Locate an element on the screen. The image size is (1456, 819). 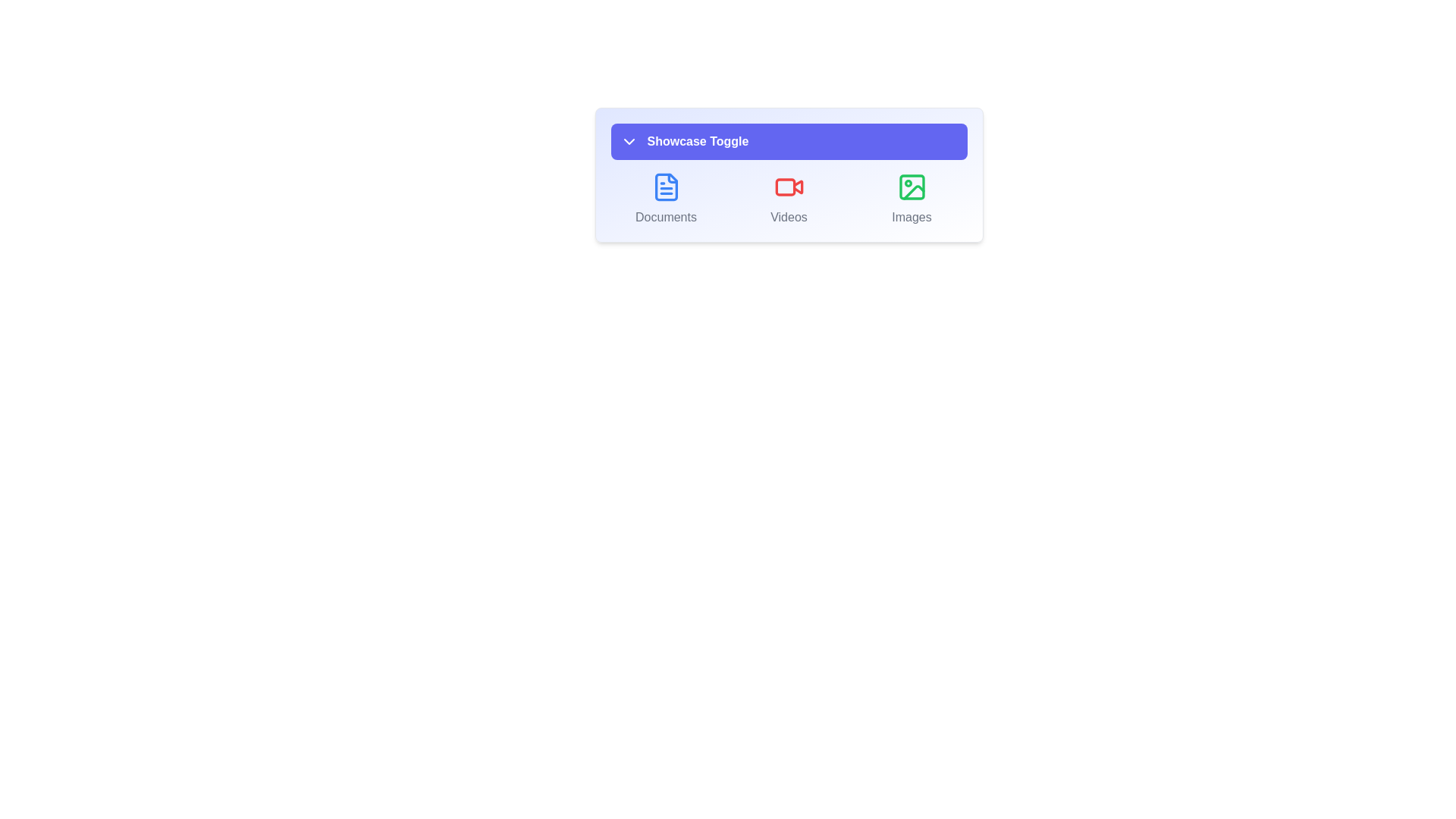
the text label reading 'Images', which is styled in gray and located beneath the image icon is located at coordinates (911, 217).